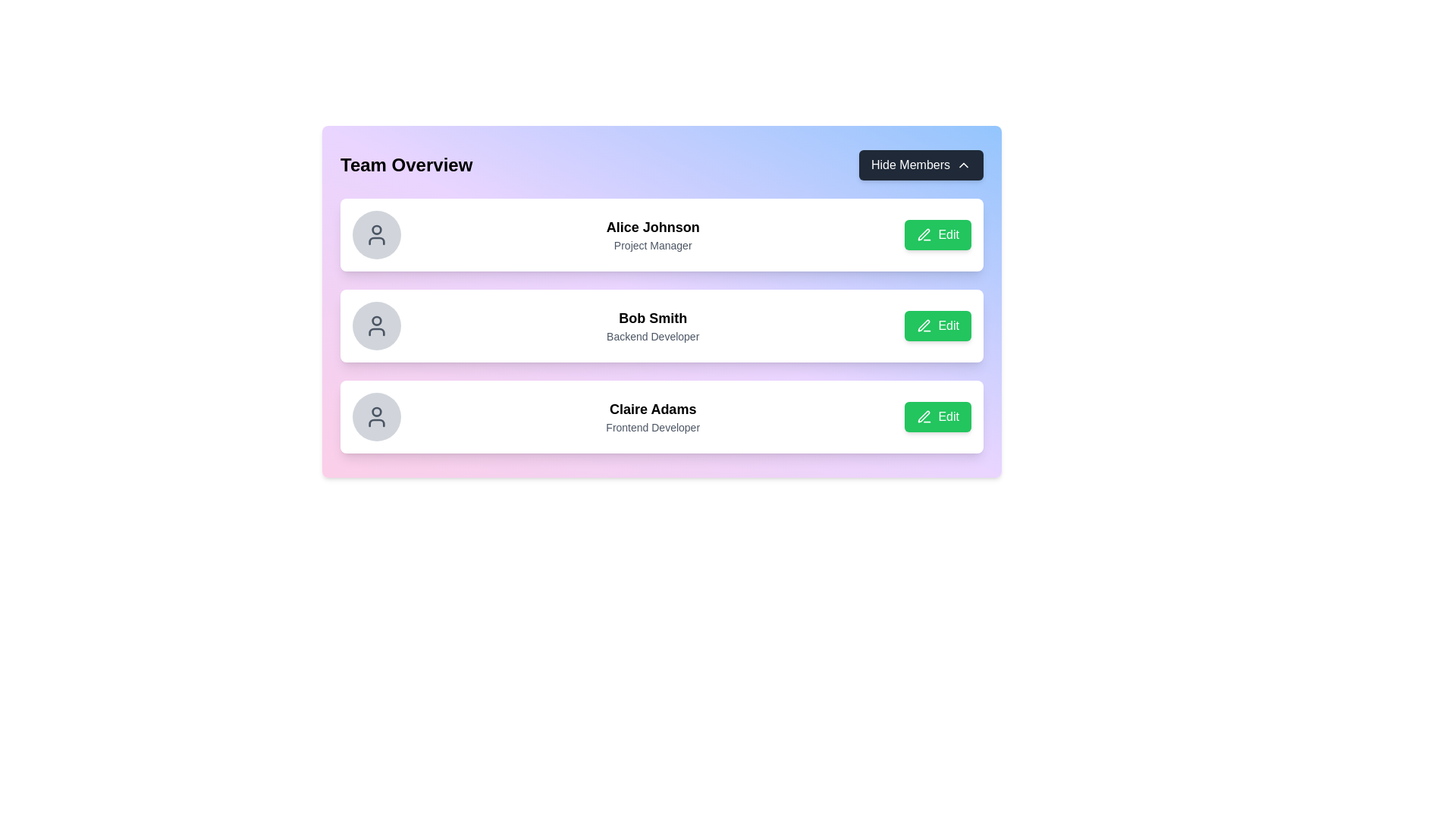 This screenshot has height=819, width=1456. What do you see at coordinates (377, 325) in the screenshot?
I see `the user icon representing 'Bob Smith - Backend Developer', which is located` at bounding box center [377, 325].